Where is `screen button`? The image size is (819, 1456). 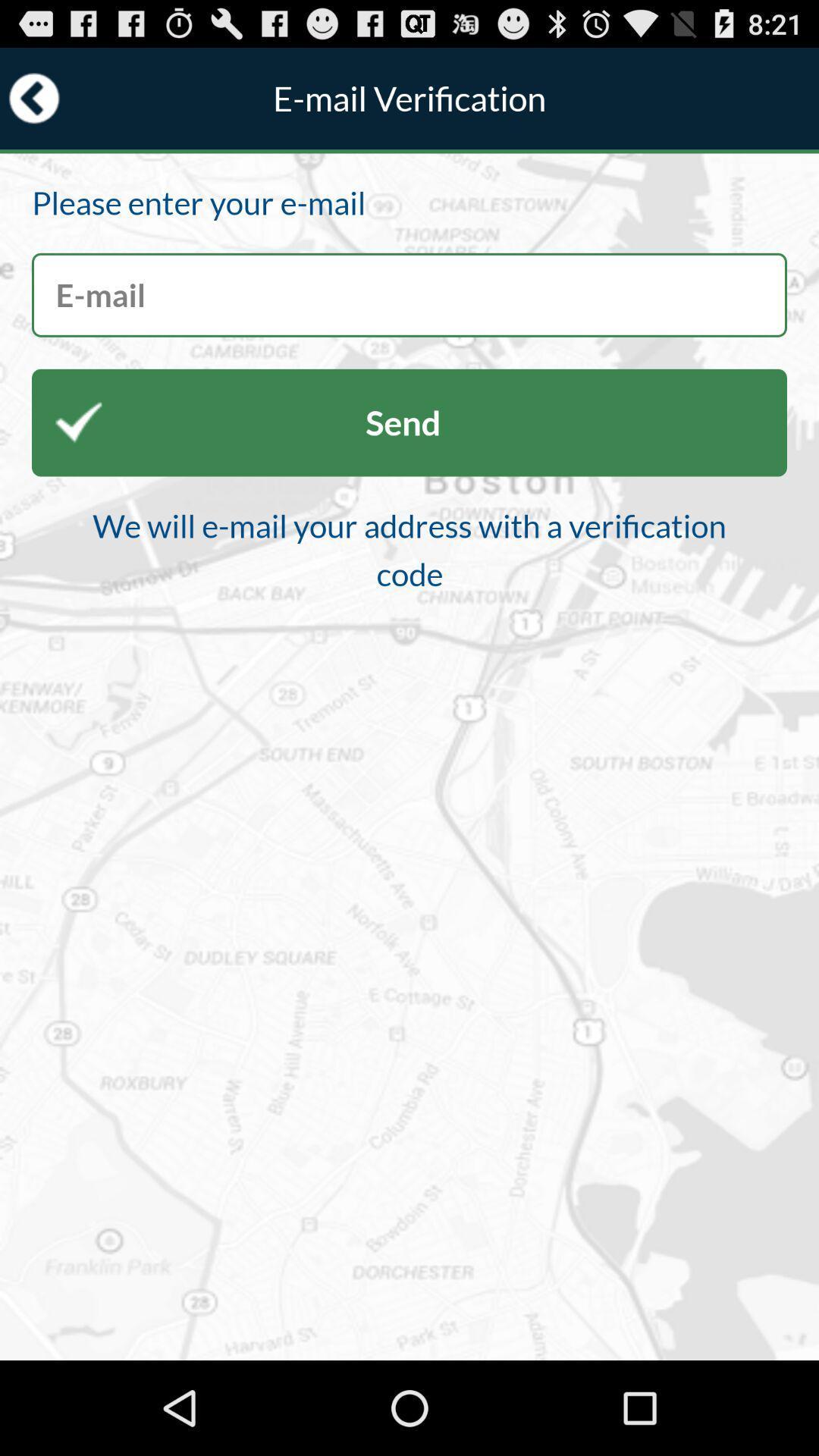
screen button is located at coordinates (409, 295).